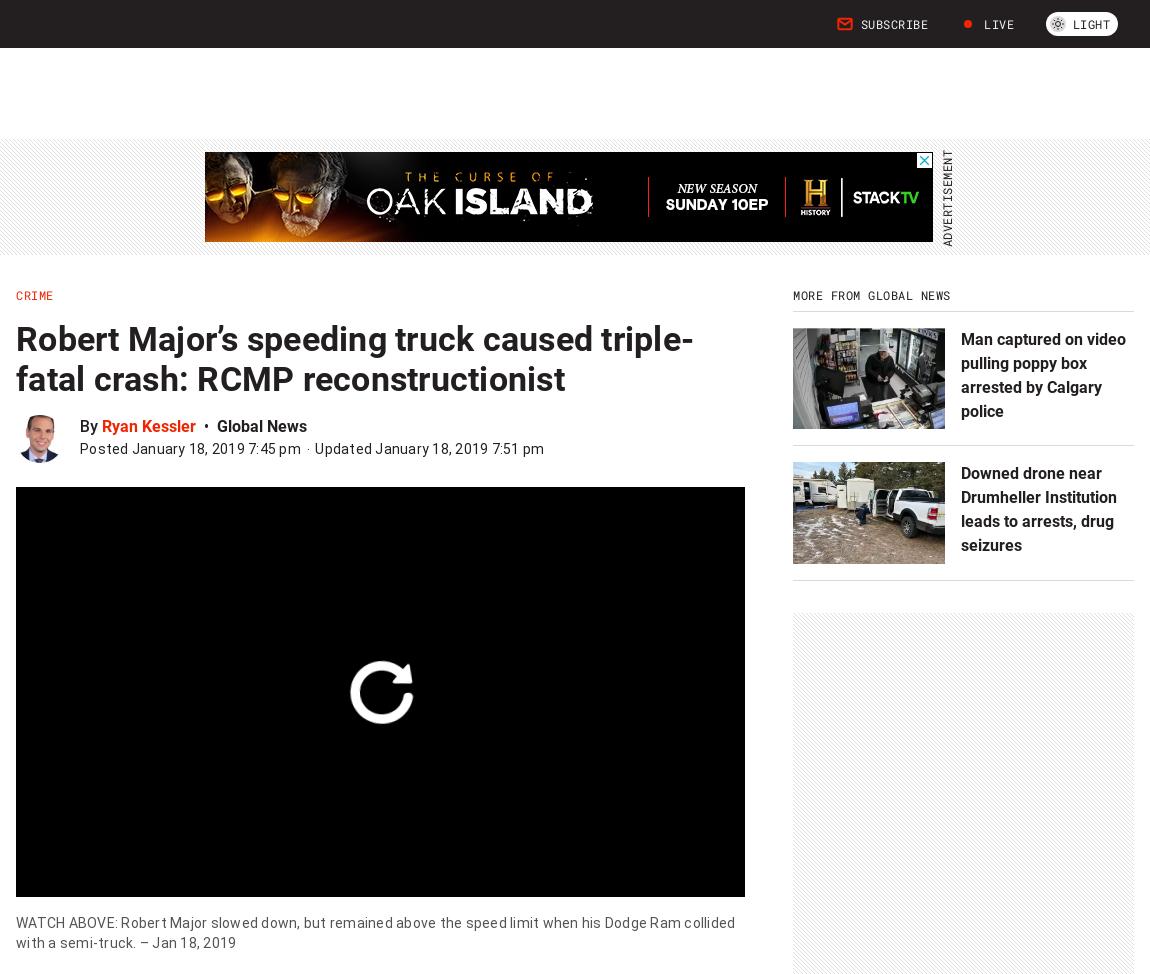  What do you see at coordinates (510, 34) in the screenshot?
I see `'U.S. News'` at bounding box center [510, 34].